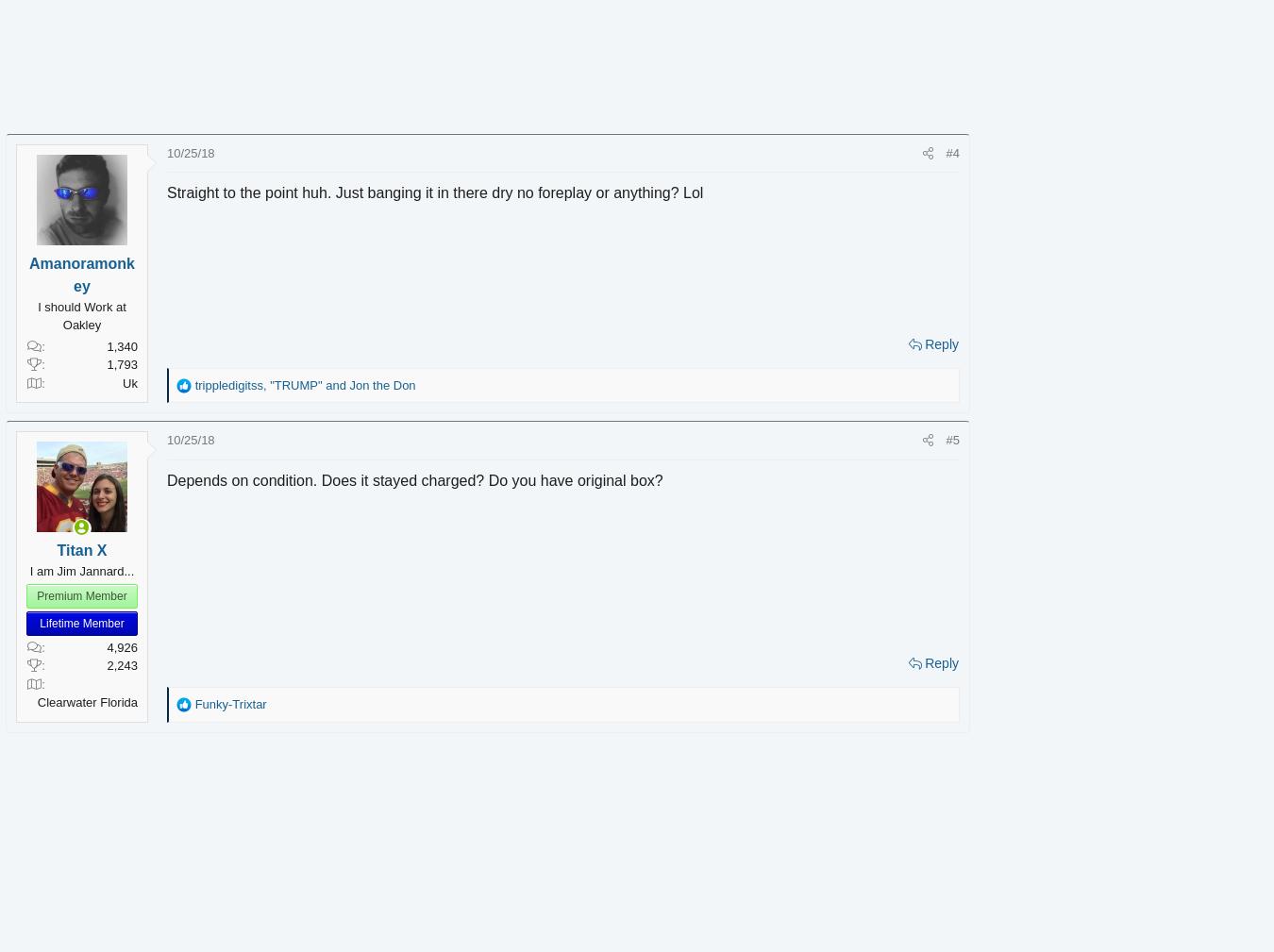 The height and width of the screenshot is (952, 1274). I want to click on '#5', so click(916, 439).